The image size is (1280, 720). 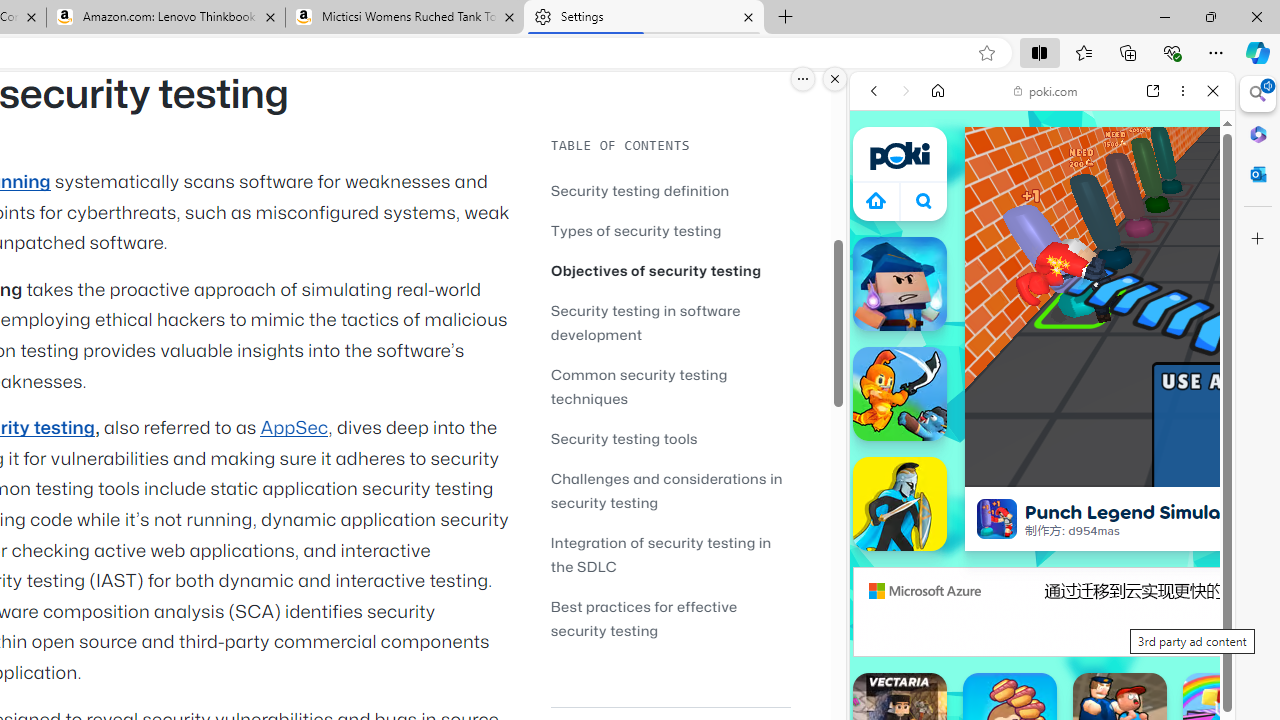 What do you see at coordinates (898, 393) in the screenshot?
I see `'Sword Masters'` at bounding box center [898, 393].